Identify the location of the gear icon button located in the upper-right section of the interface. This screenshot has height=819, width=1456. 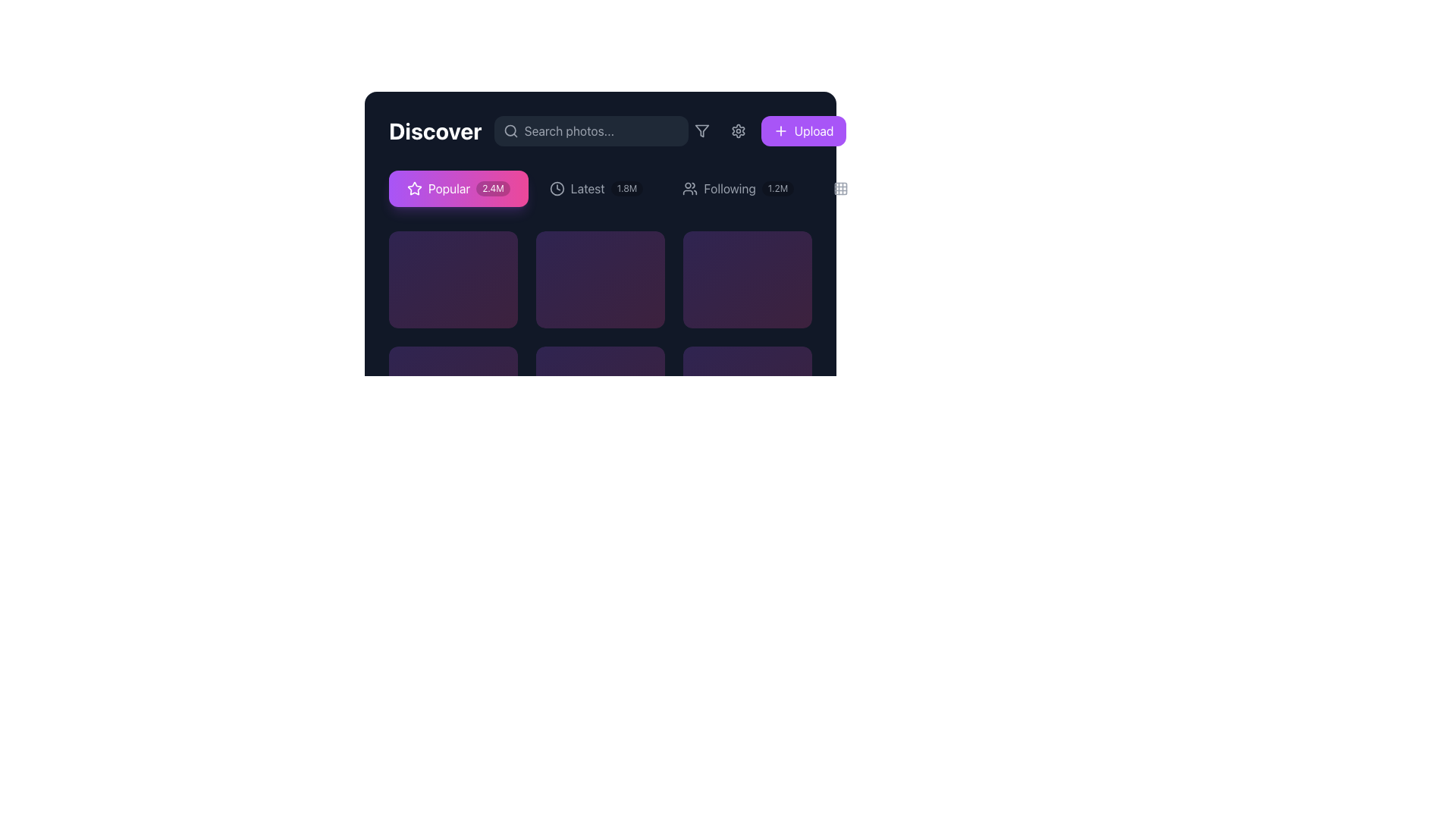
(738, 130).